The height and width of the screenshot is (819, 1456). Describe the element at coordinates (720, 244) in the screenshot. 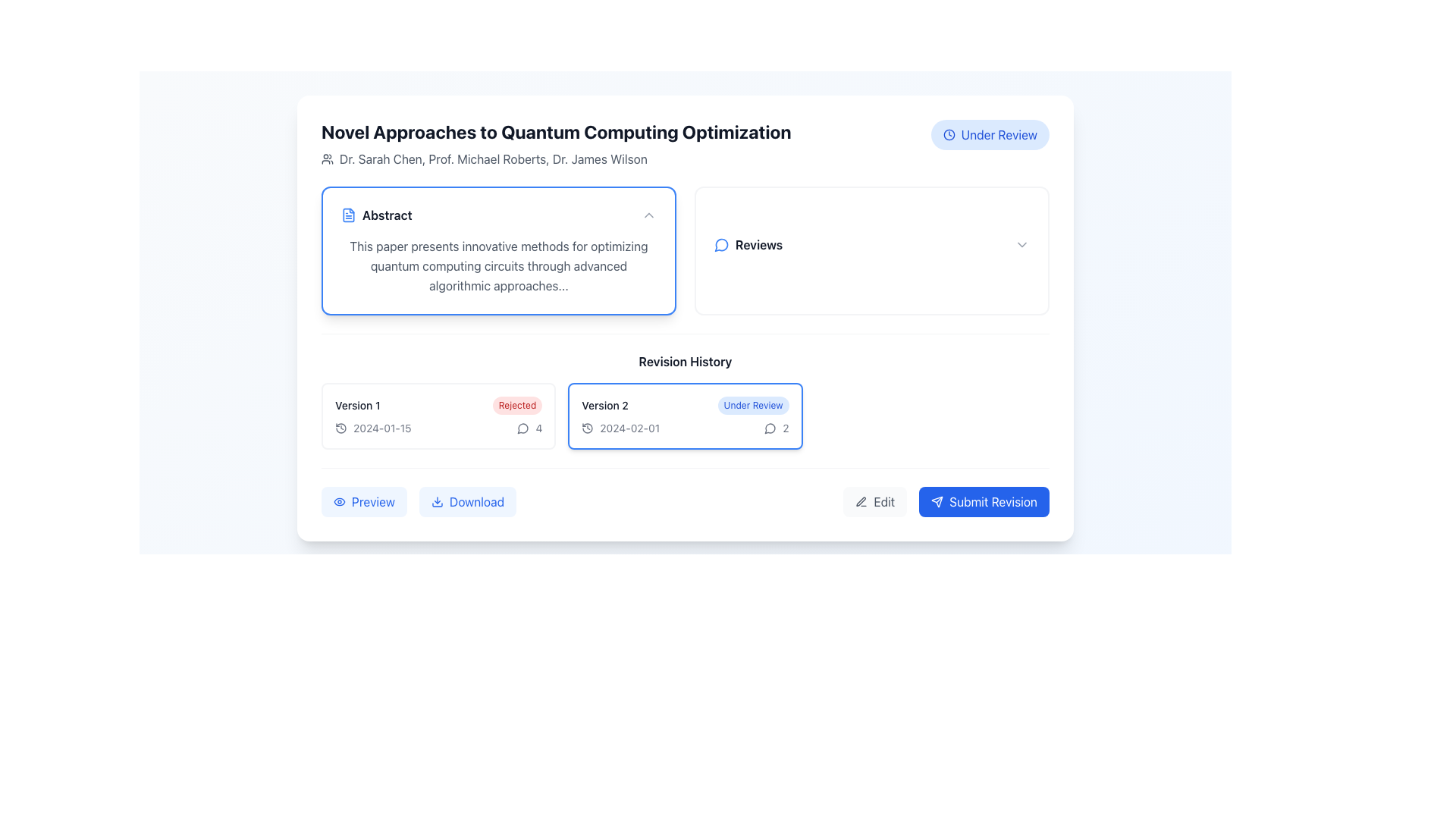

I see `the messaging or review indicator icon located to the left of the 'Reviews' text in the top-right corner of the content area` at that location.